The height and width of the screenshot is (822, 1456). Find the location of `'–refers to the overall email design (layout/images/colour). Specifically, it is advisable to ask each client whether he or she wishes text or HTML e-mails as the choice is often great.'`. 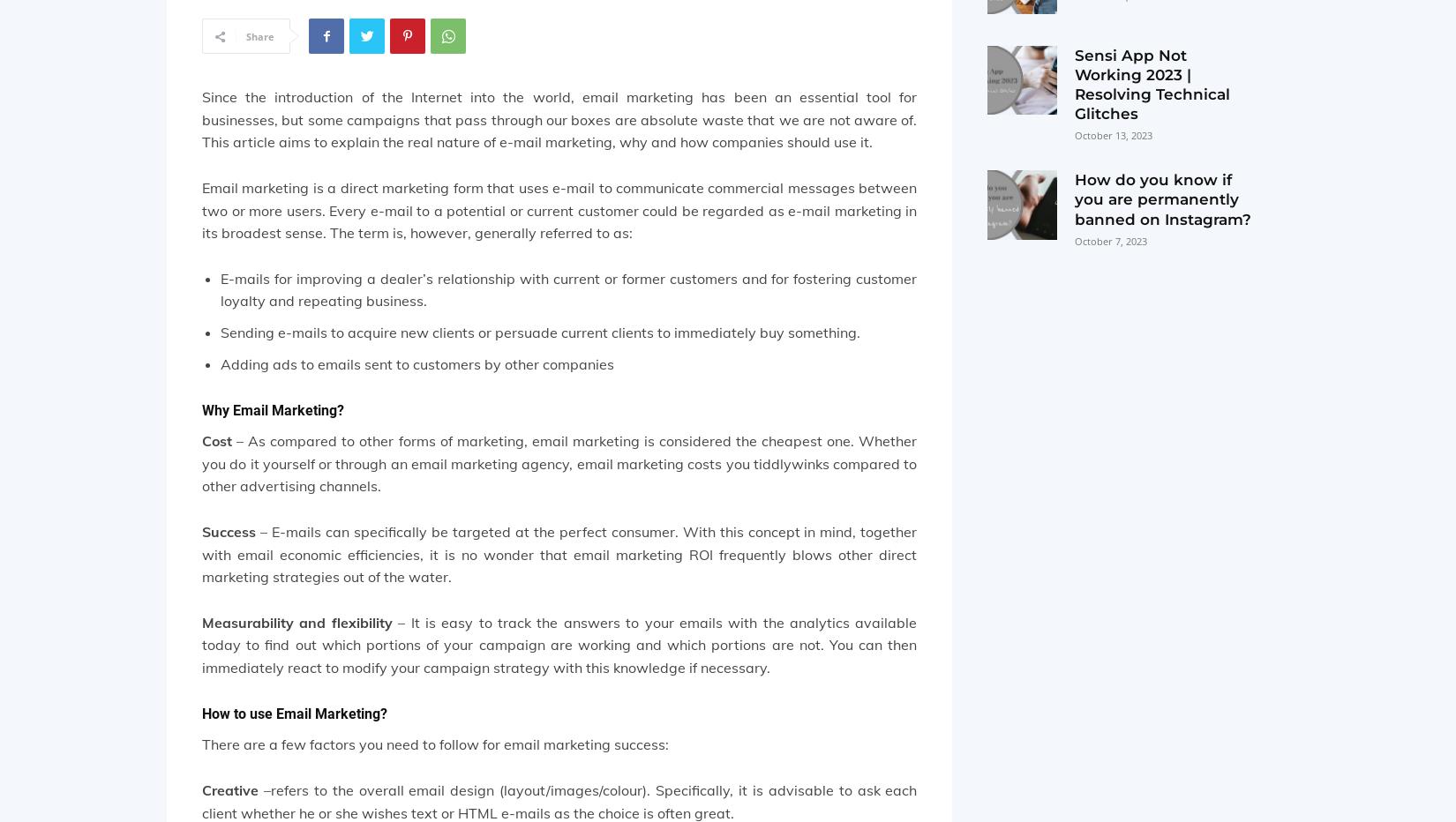

'–refers to the overall email design (layout/images/colour). Specifically, it is advisable to ask each client whether he or she wishes text or HTML e-mails as the choice is often great.' is located at coordinates (202, 801).